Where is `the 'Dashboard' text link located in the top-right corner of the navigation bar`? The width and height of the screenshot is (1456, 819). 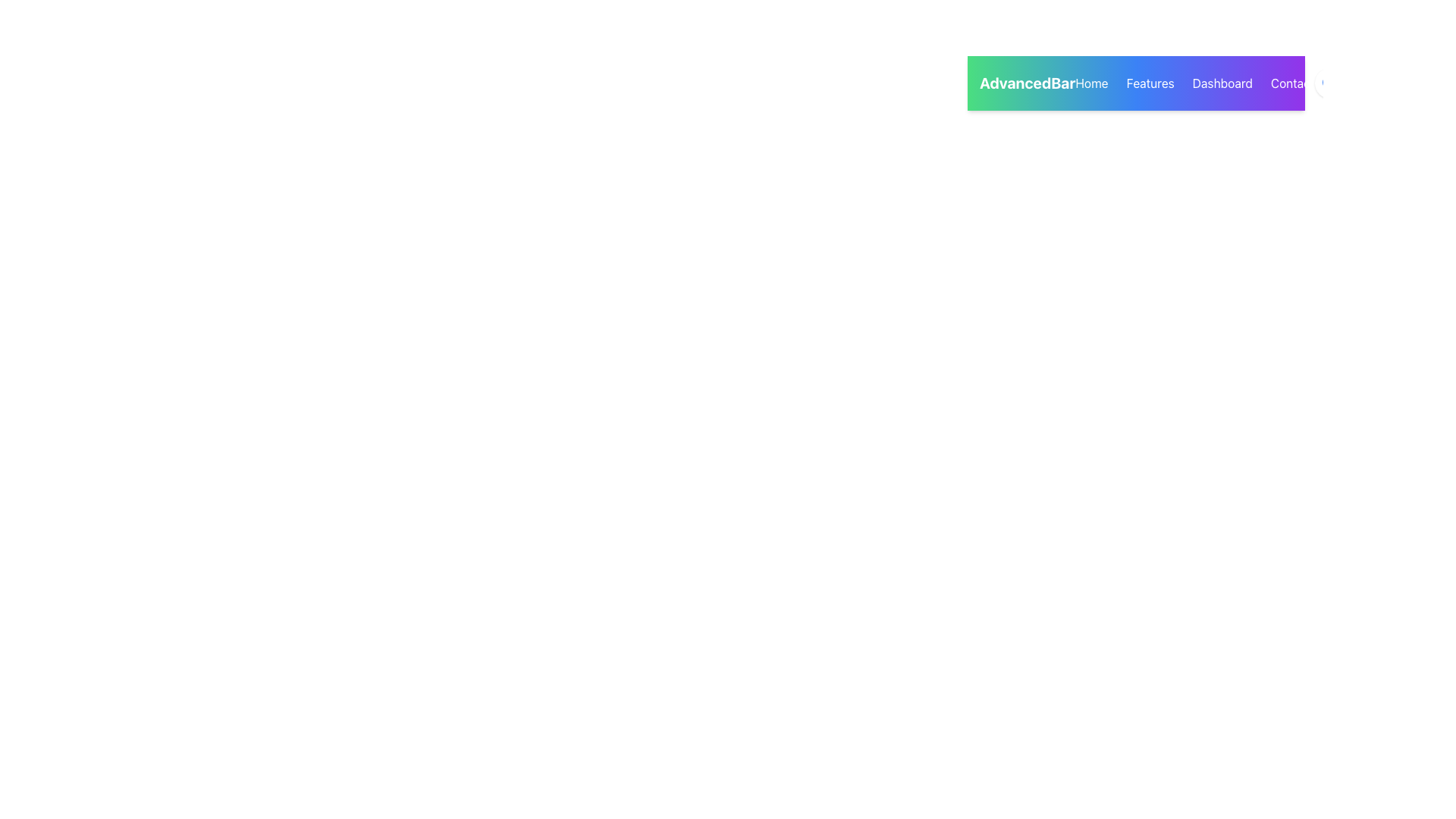 the 'Dashboard' text link located in the top-right corner of the navigation bar is located at coordinates (1222, 83).